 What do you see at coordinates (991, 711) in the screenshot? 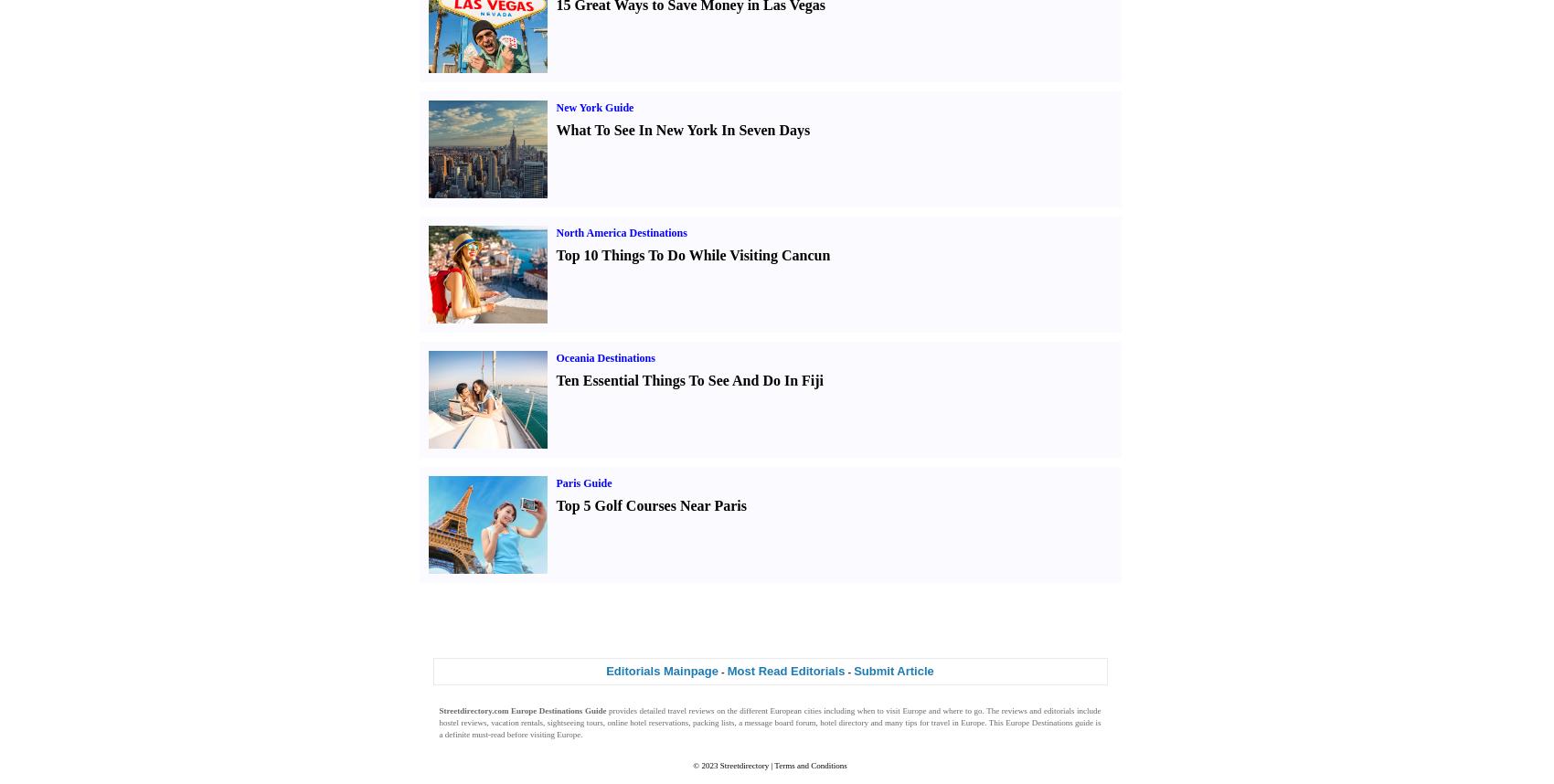
I see `'. The'` at bounding box center [991, 711].